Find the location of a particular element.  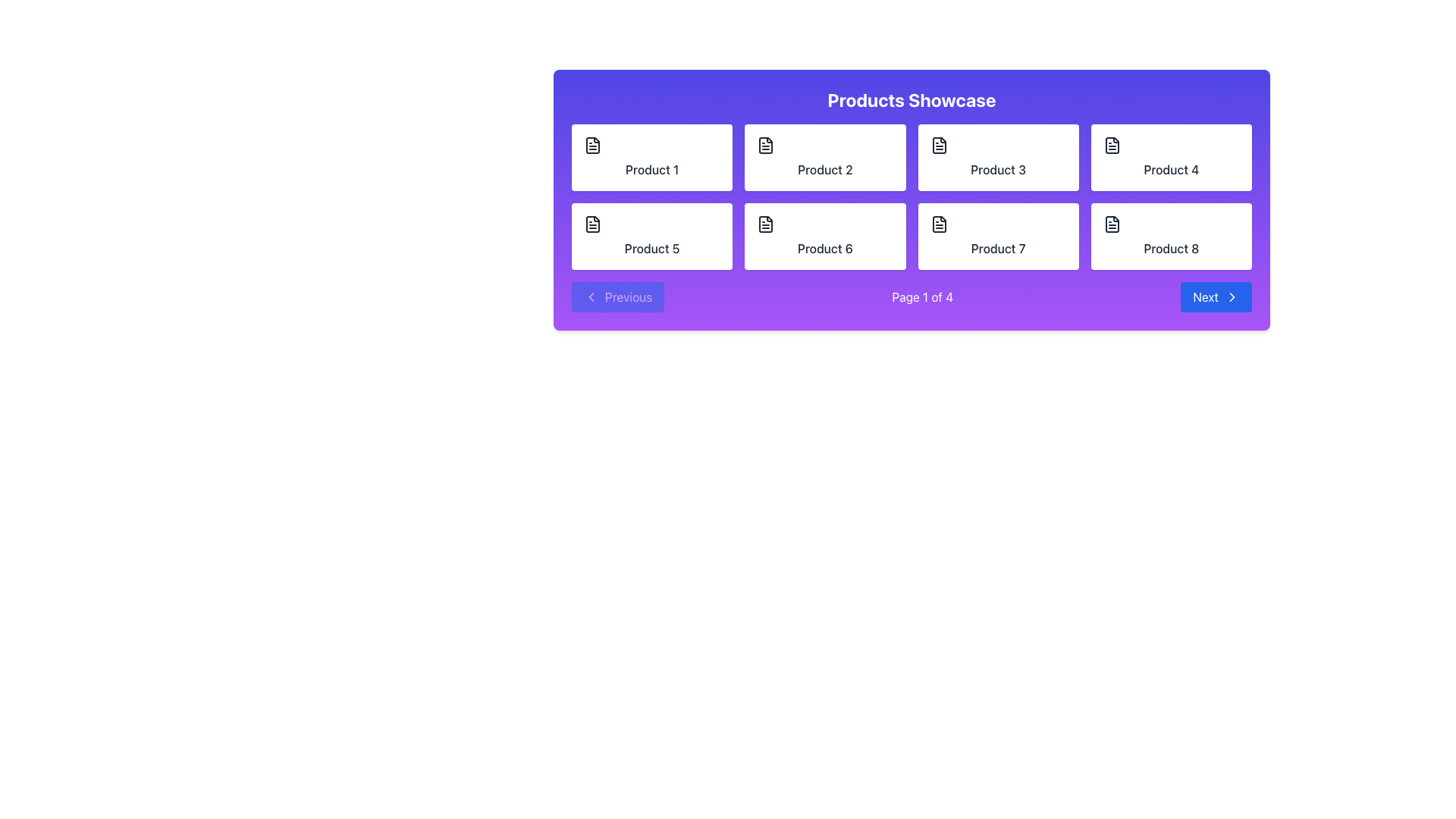

the text label displaying 'Product 4', which is styled with medium weight and center alignment, located in the fourth column of the top row within a grid of product entries is located at coordinates (1170, 169).